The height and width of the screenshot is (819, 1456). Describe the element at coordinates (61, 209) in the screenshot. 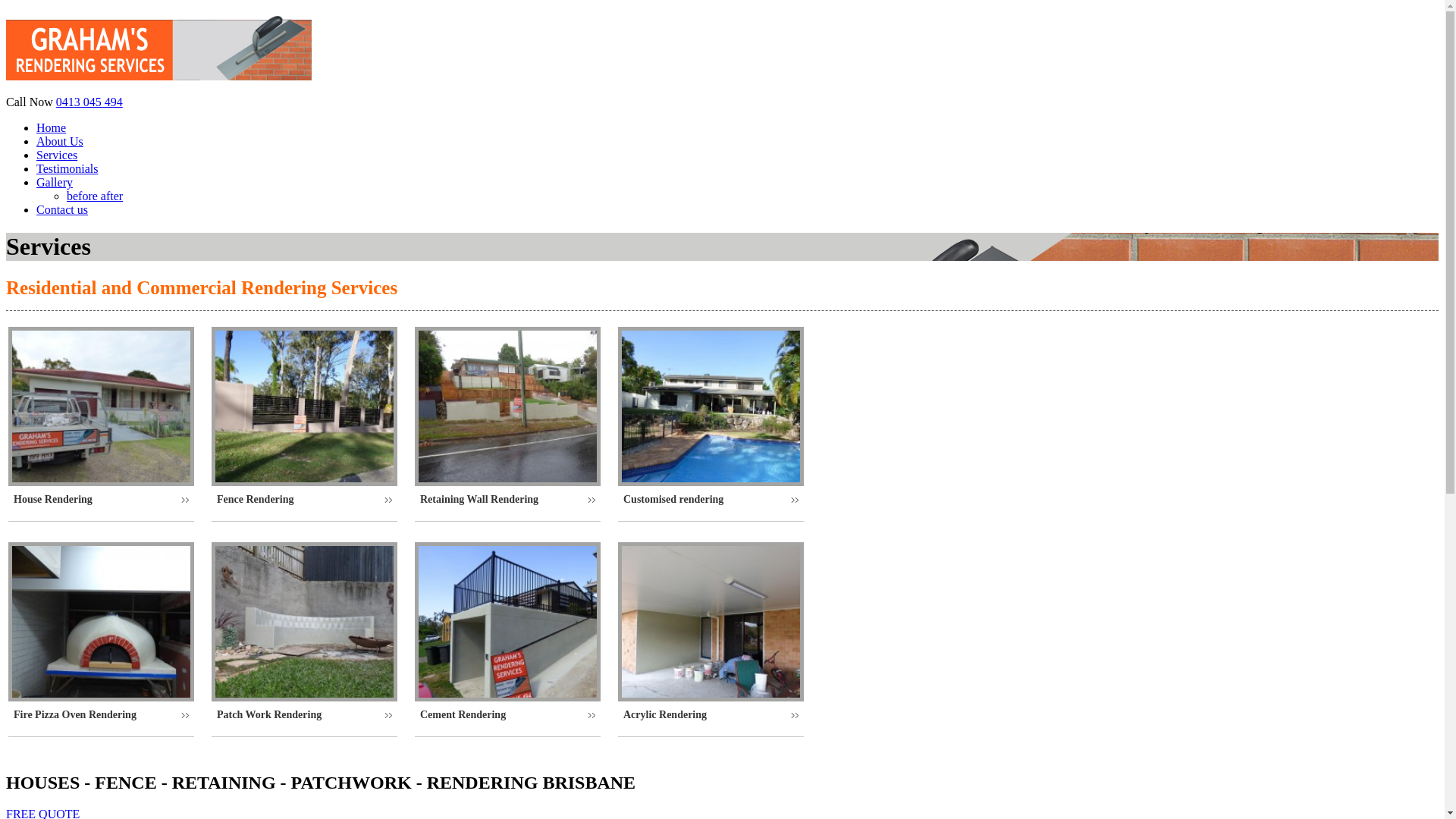

I see `'Contact us'` at that location.